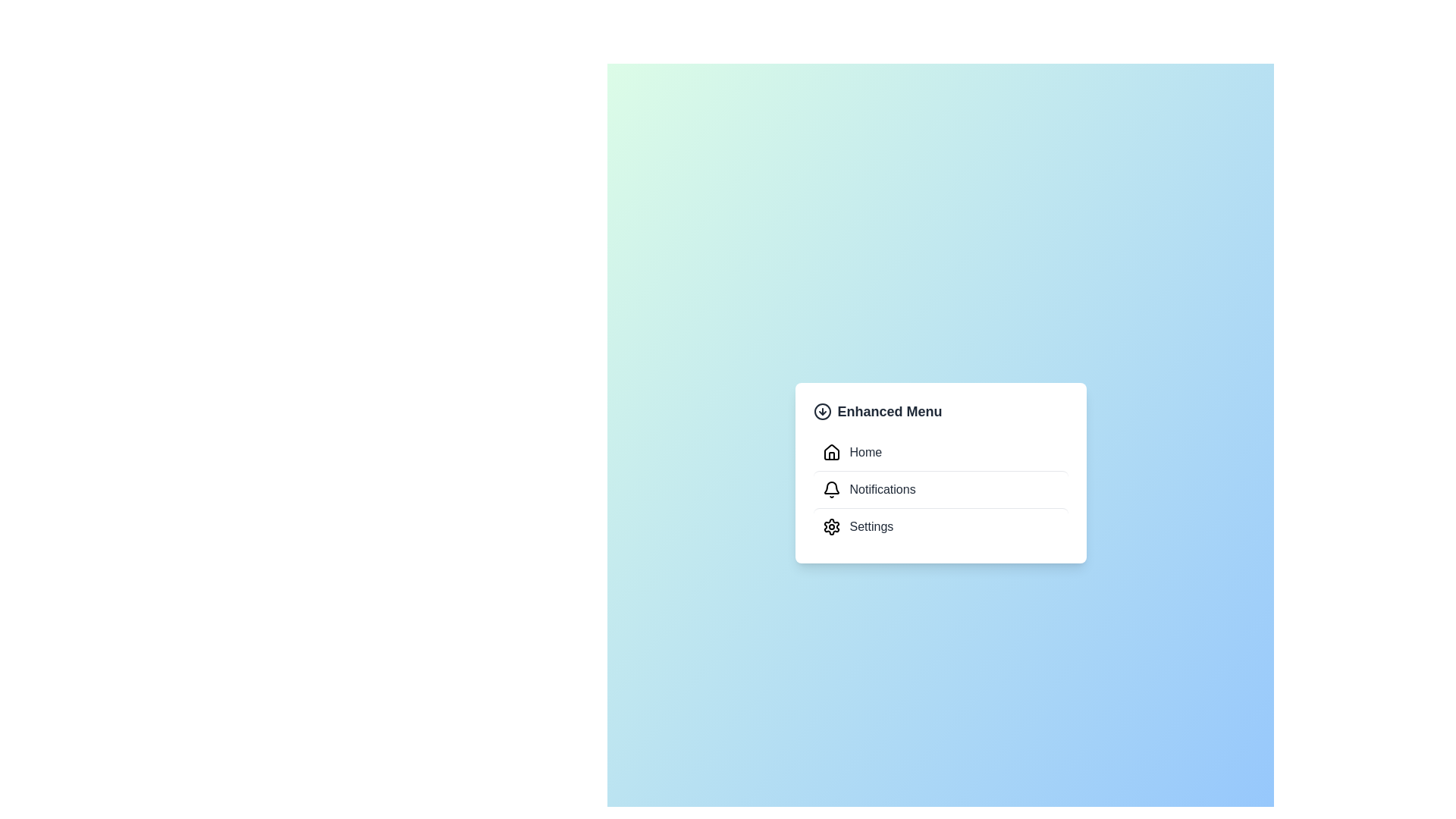 The width and height of the screenshot is (1456, 819). What do you see at coordinates (940, 526) in the screenshot?
I see `the menu item Settings to preview its interaction` at bounding box center [940, 526].